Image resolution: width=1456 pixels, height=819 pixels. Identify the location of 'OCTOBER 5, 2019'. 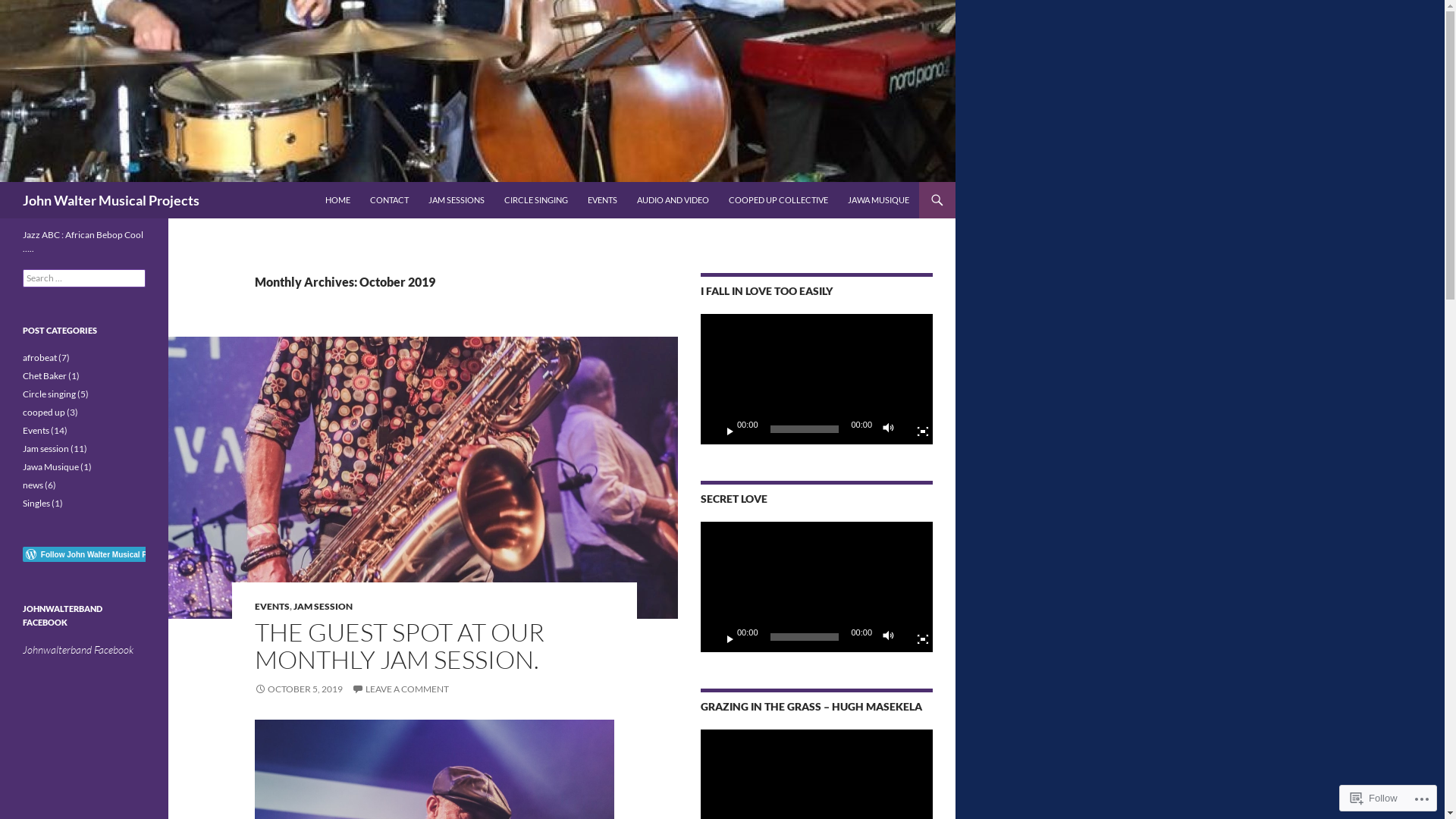
(255, 689).